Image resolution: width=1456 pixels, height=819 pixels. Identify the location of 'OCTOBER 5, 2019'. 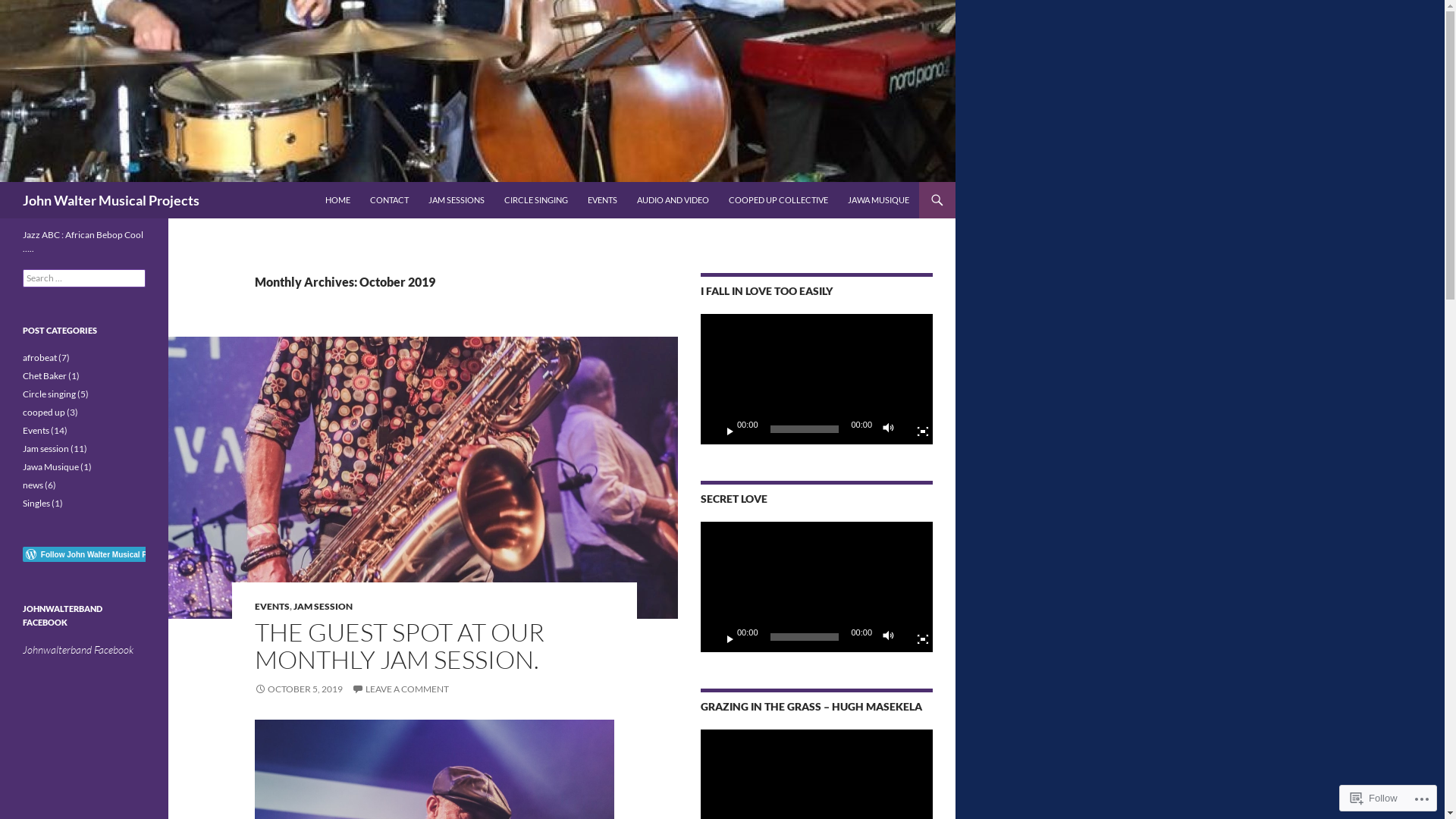
(255, 689).